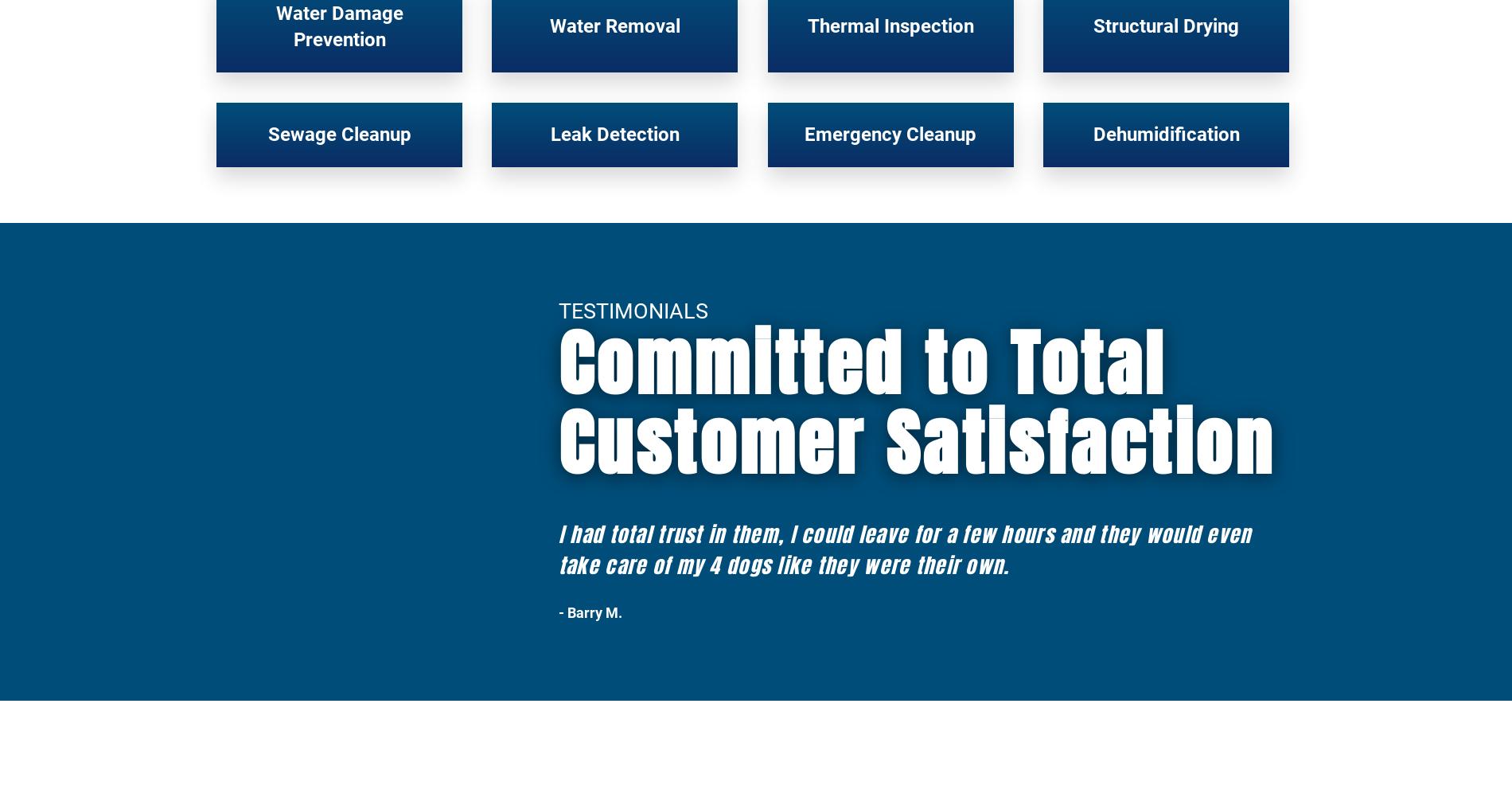 The width and height of the screenshot is (1512, 809). Describe the element at coordinates (1103, 442) in the screenshot. I see `'26th Ct. East'` at that location.